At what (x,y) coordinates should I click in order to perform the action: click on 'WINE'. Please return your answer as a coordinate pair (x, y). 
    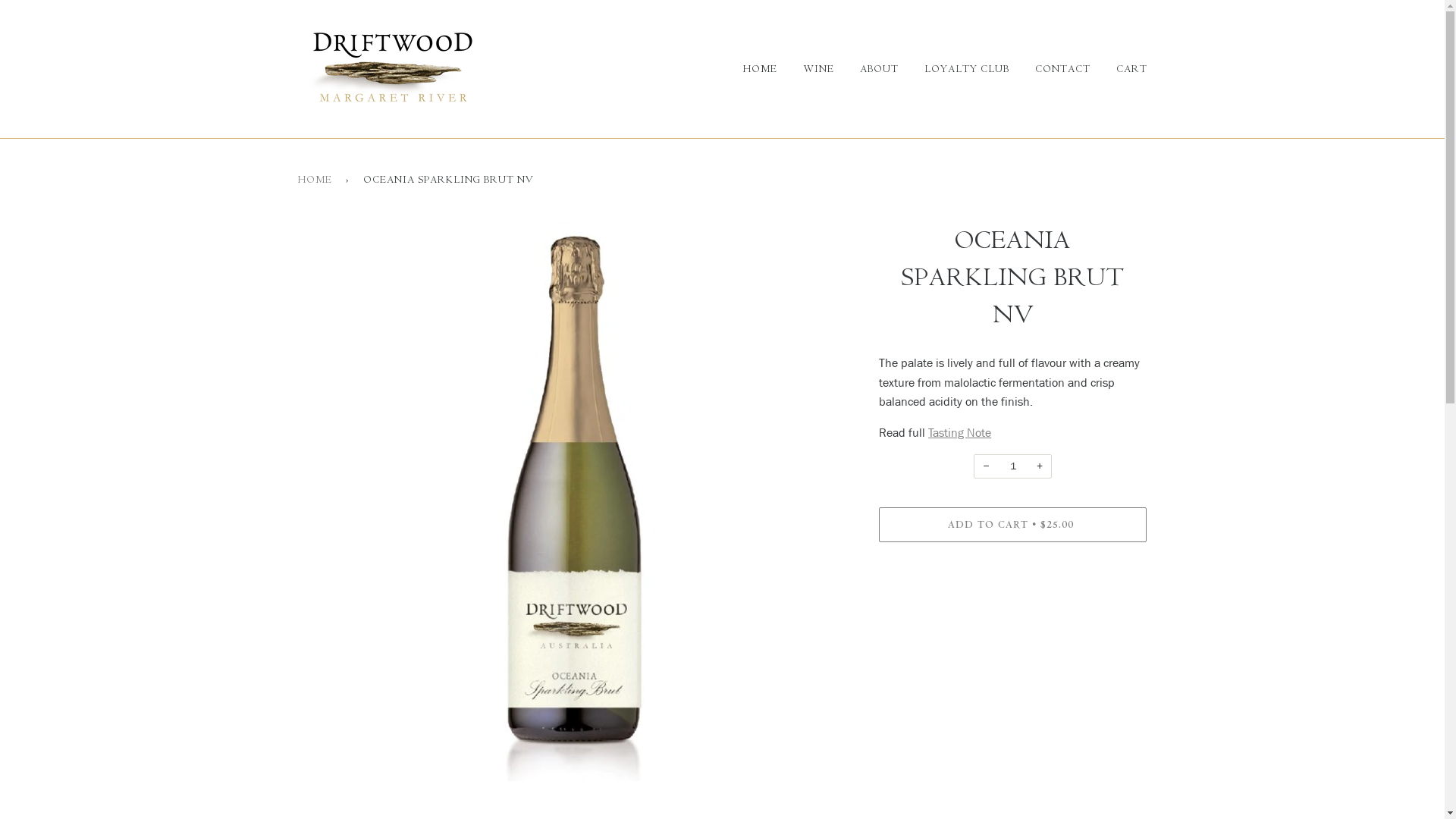
    Looking at the image, I should click on (805, 69).